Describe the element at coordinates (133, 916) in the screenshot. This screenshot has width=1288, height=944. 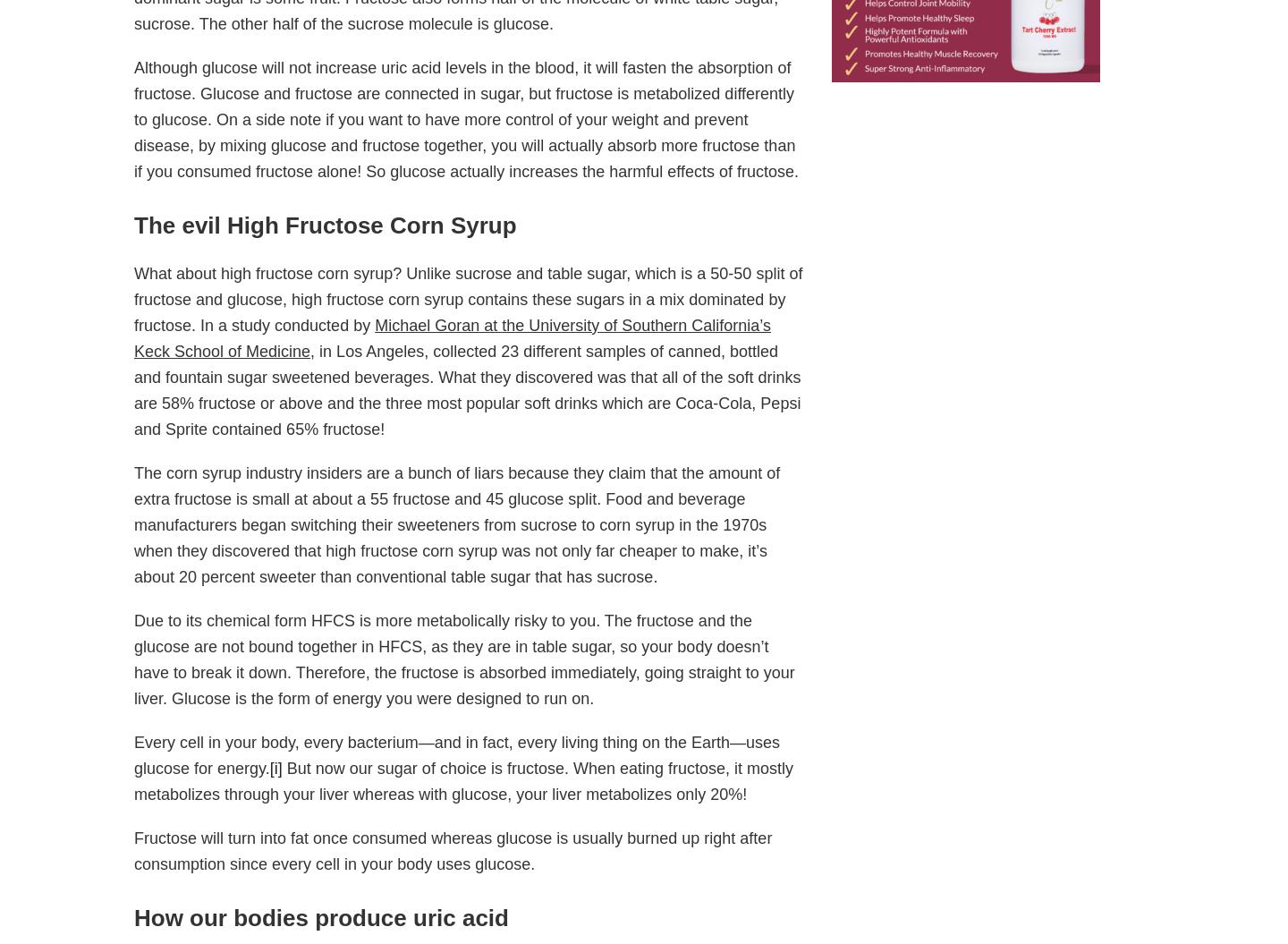
I see `'How our bodies produce uric acid'` at that location.